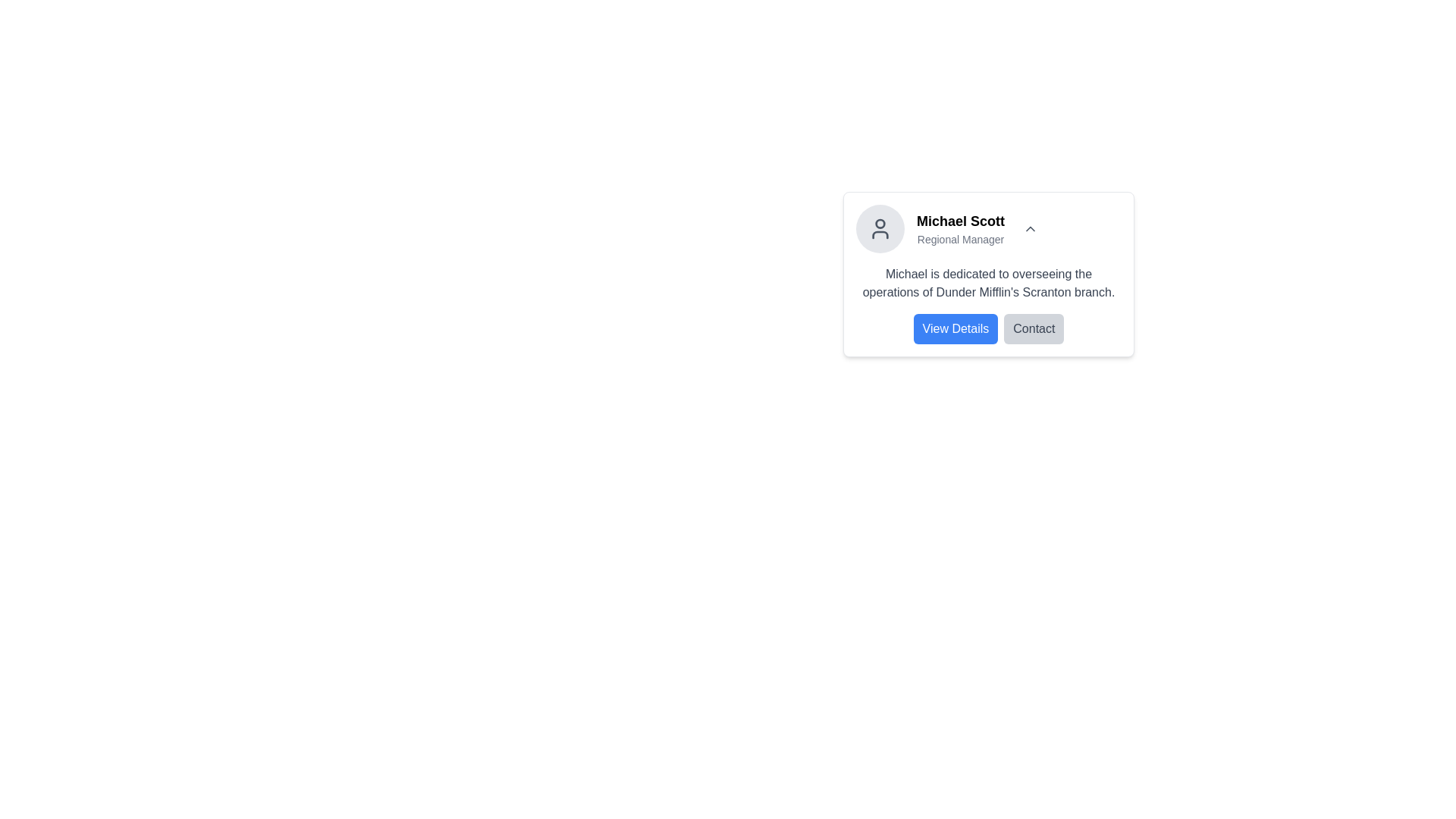 Image resolution: width=1456 pixels, height=819 pixels. What do you see at coordinates (1030, 228) in the screenshot?
I see `the upward-pointing arrow icon button located to the right of the profile section displaying 'Michael Scott' and 'Regional Manager'` at bounding box center [1030, 228].